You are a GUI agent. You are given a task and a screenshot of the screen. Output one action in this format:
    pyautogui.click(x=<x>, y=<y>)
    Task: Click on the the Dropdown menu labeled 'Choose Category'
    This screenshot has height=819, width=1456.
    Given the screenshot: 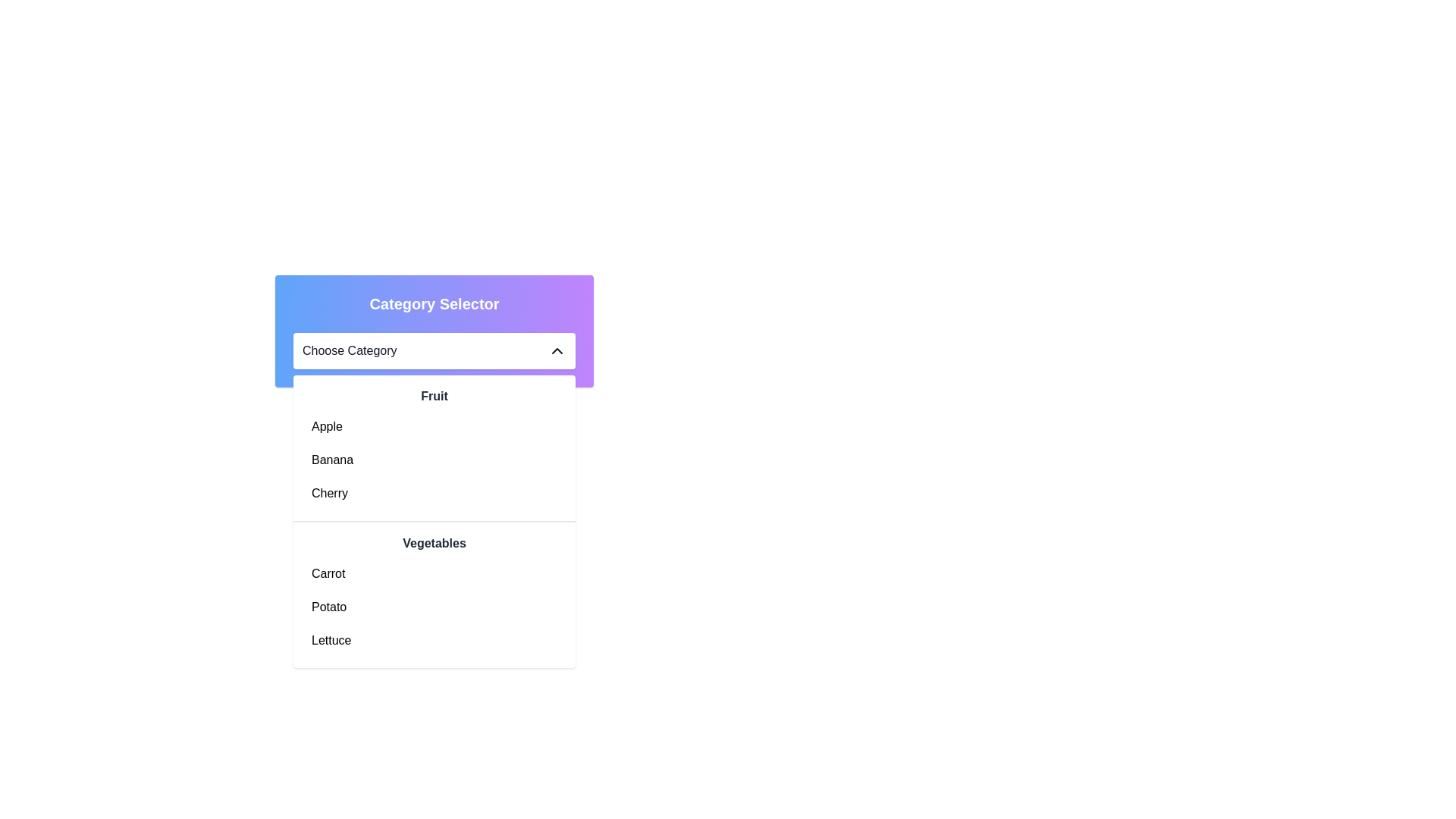 What is the action you would take?
    pyautogui.click(x=433, y=350)
    